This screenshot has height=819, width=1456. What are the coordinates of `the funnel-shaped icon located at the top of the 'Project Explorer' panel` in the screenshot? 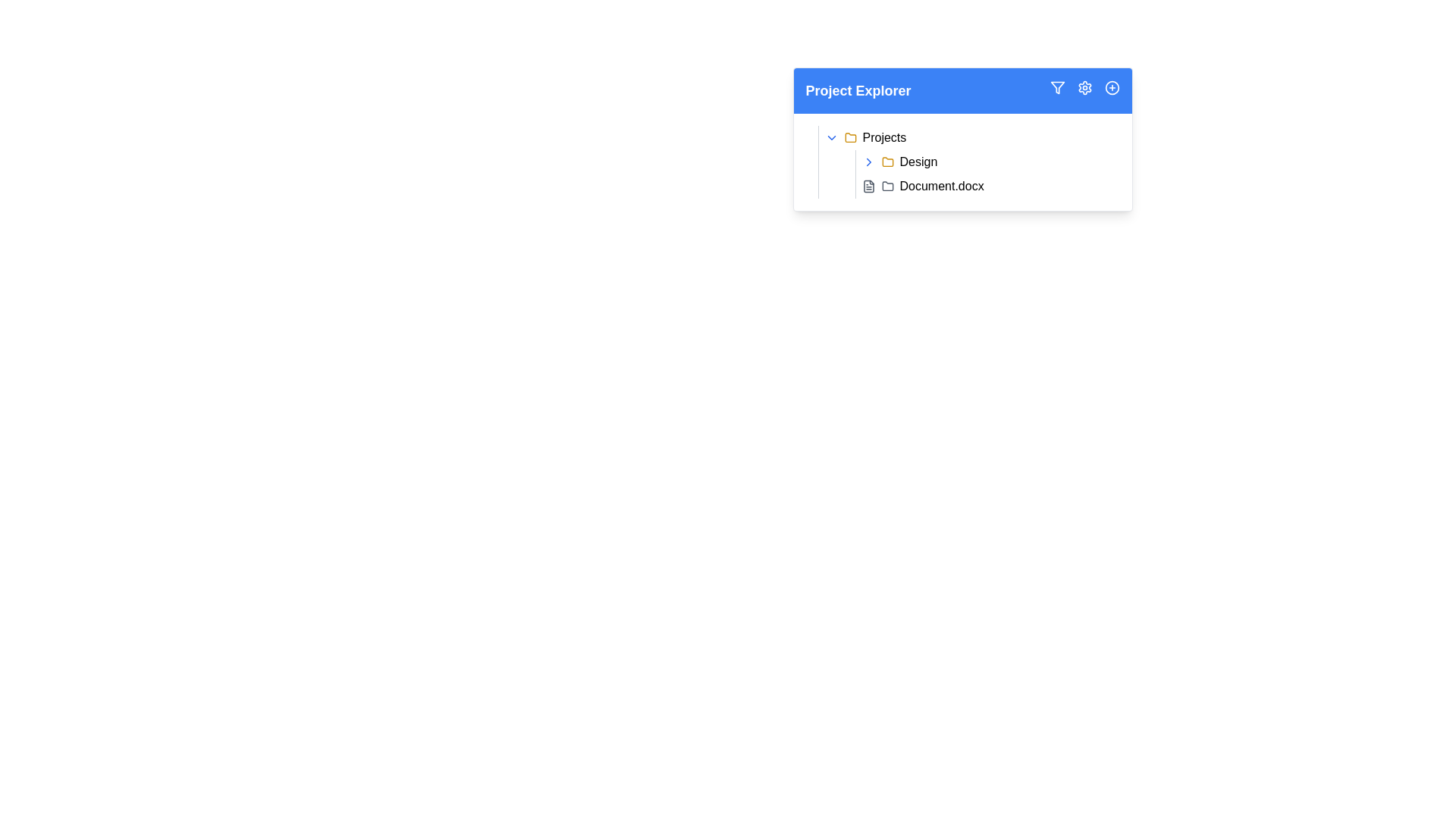 It's located at (1056, 87).